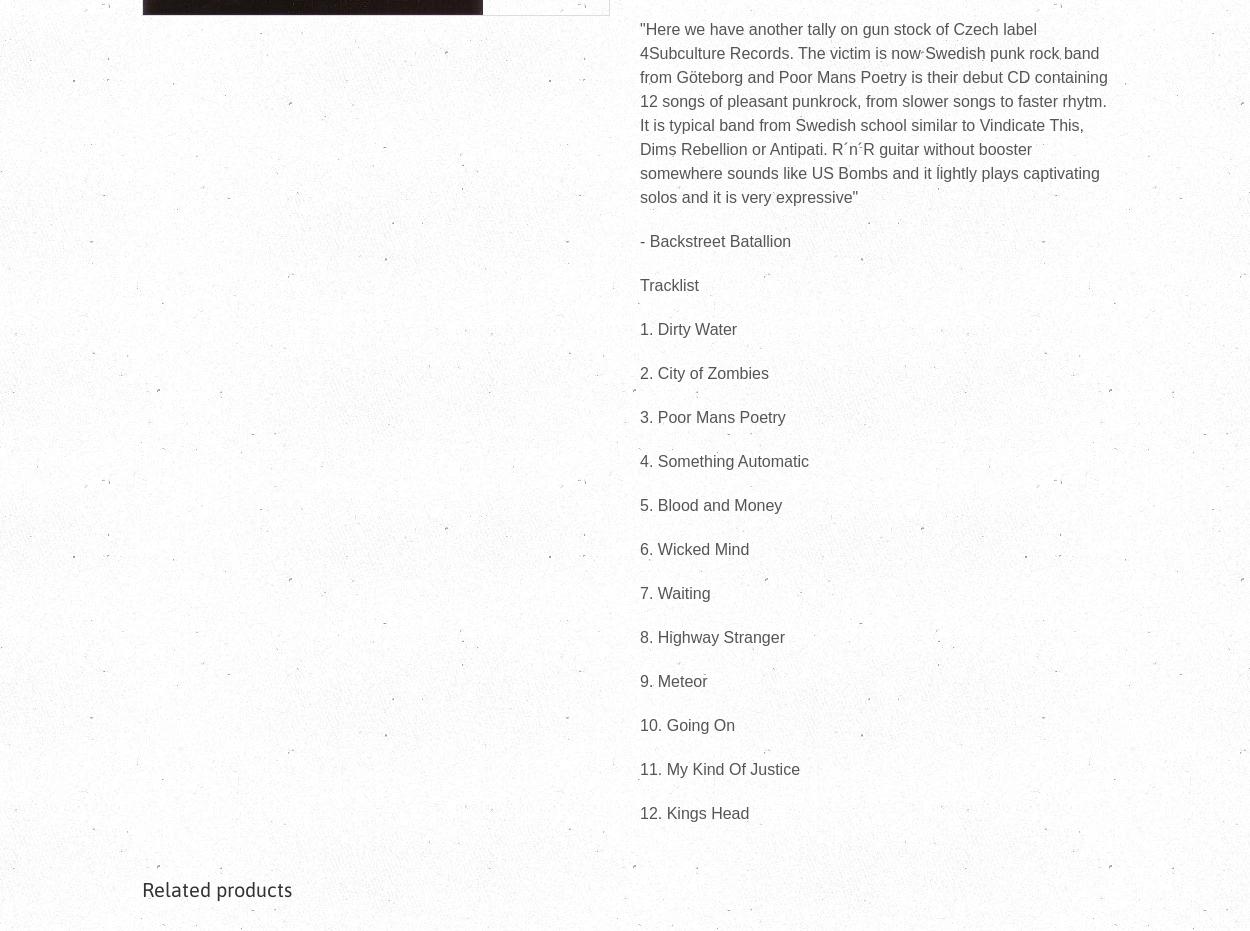  I want to click on '2. City of Zombies', so click(703, 373).